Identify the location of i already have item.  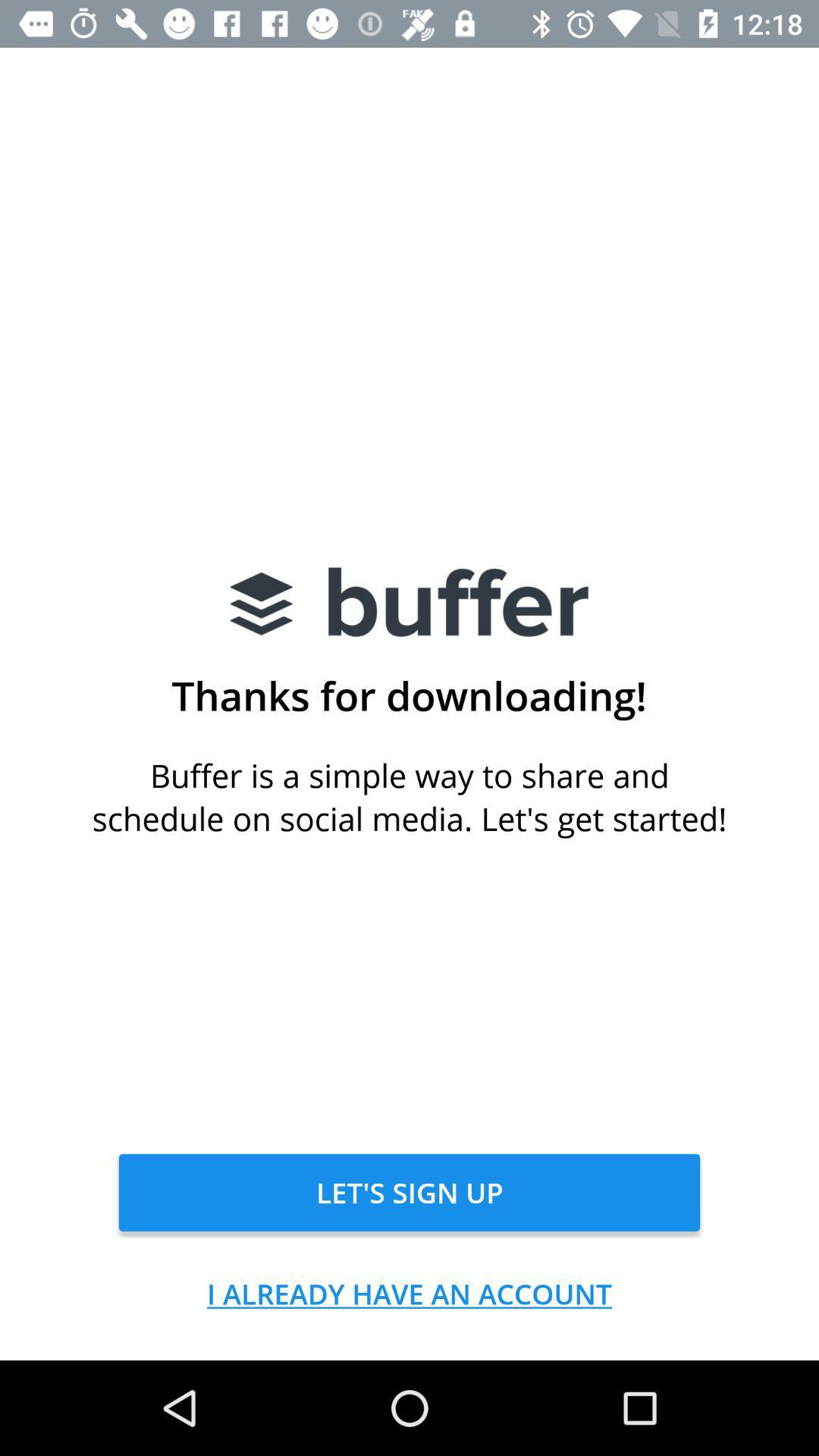
(409, 1293).